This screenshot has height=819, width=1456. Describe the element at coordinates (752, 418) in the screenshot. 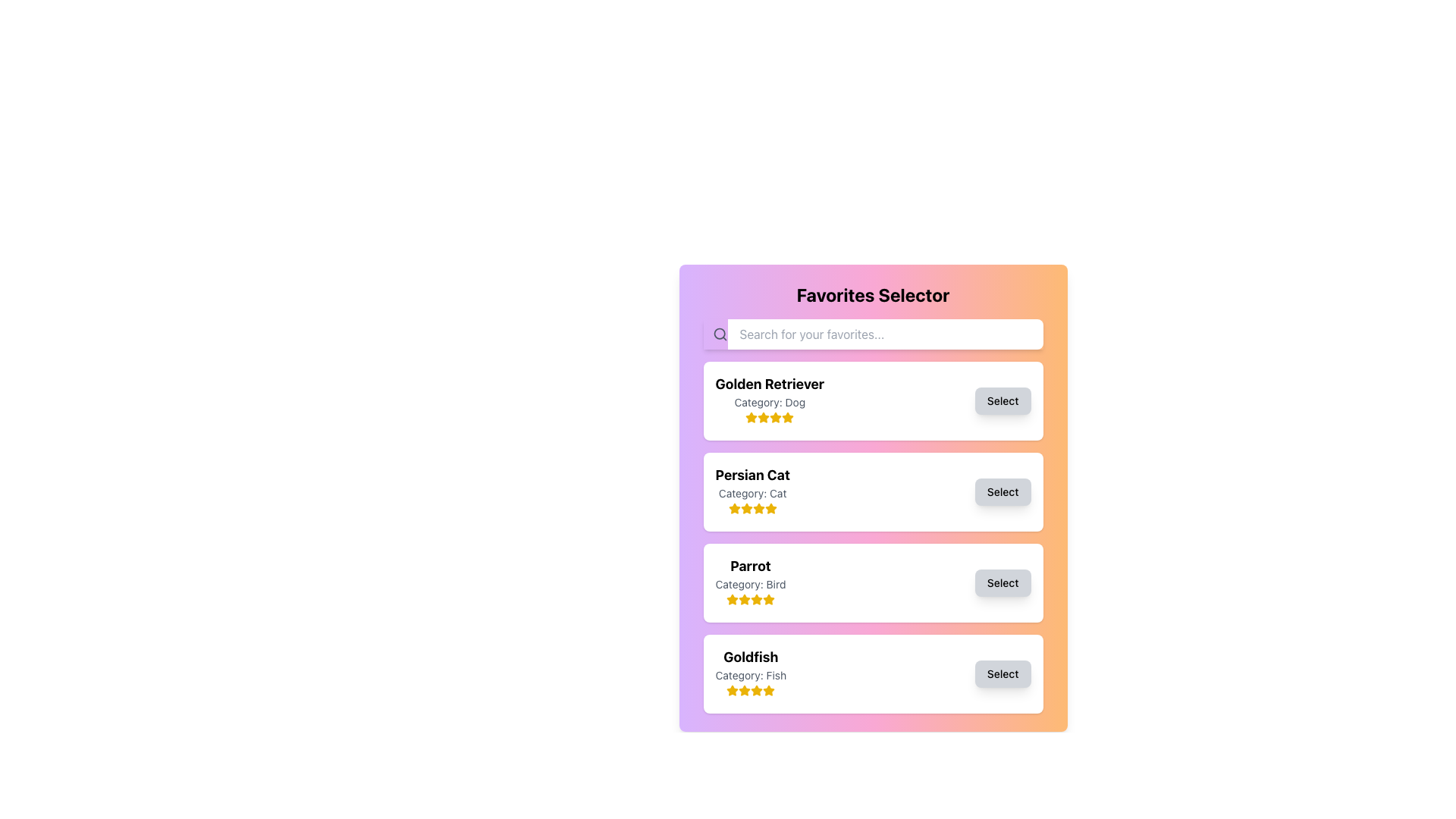

I see `the first yellow star icon in the rating system for the 'Golden Retriever' item to interact with the rating system` at that location.